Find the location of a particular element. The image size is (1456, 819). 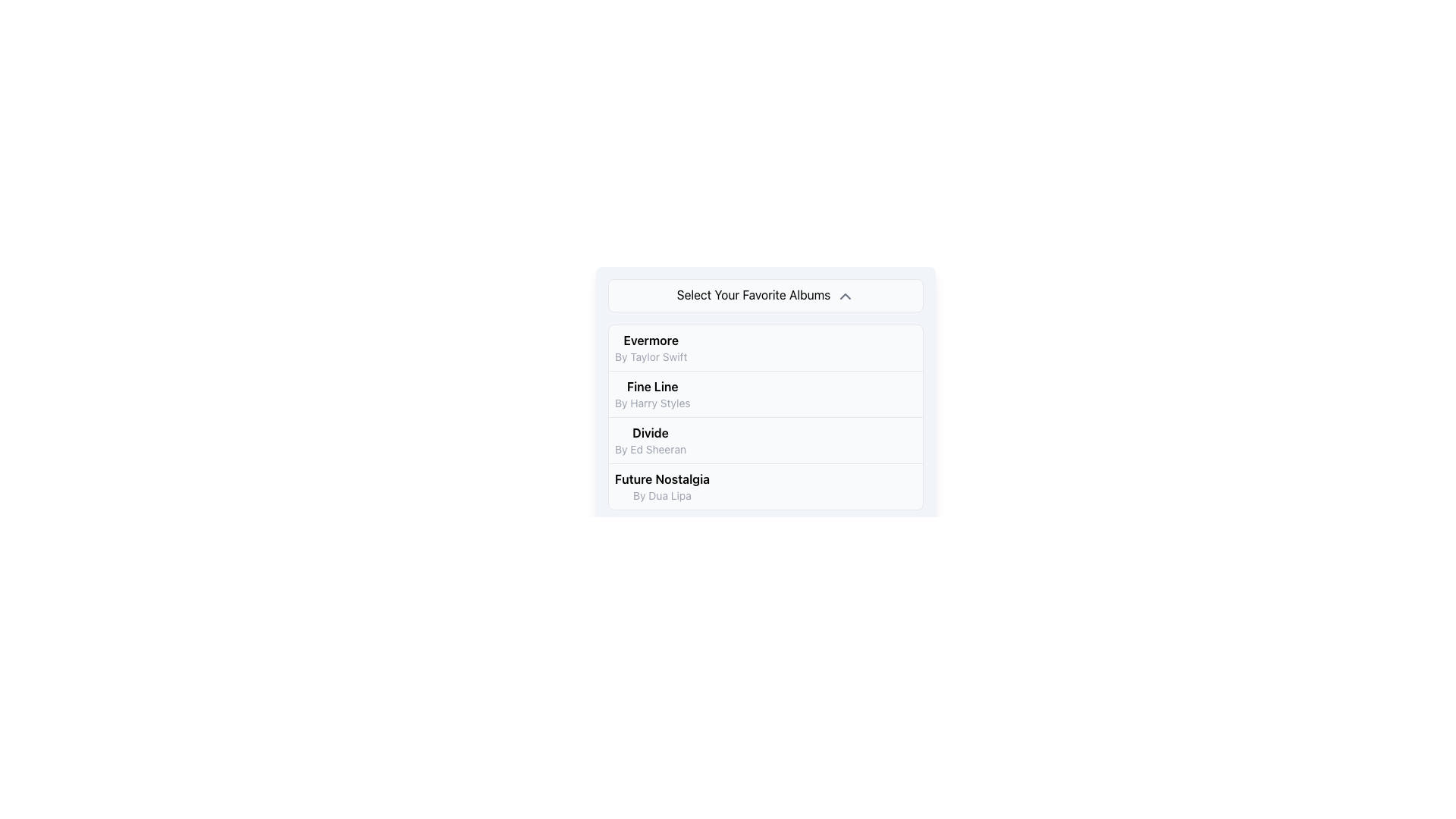

the second item in the list under 'Select Your Favorite Albums', positioned between 'Evermore' and 'Divide' is located at coordinates (765, 394).